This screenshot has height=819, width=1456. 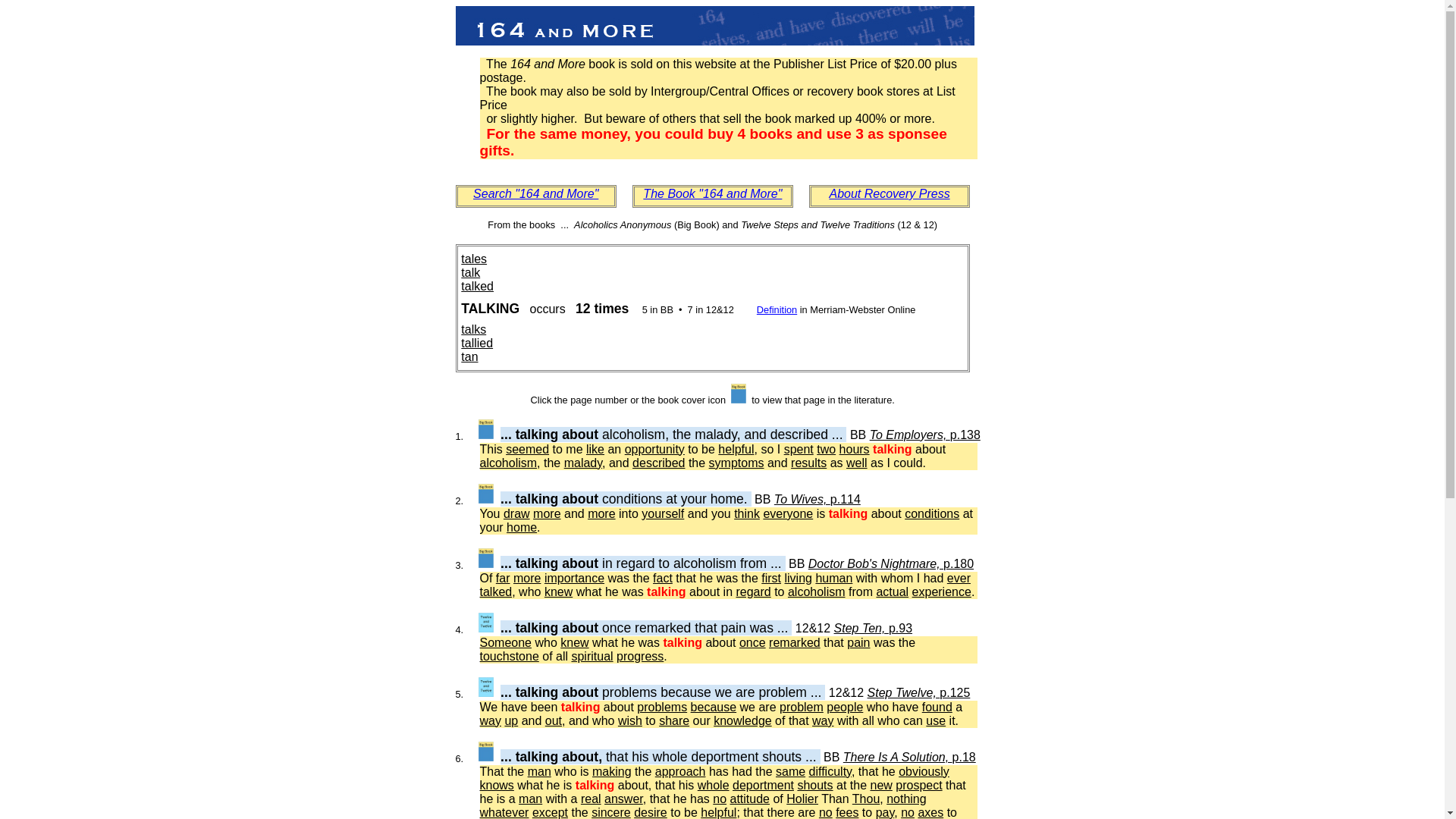 What do you see at coordinates (752, 642) in the screenshot?
I see `'once'` at bounding box center [752, 642].